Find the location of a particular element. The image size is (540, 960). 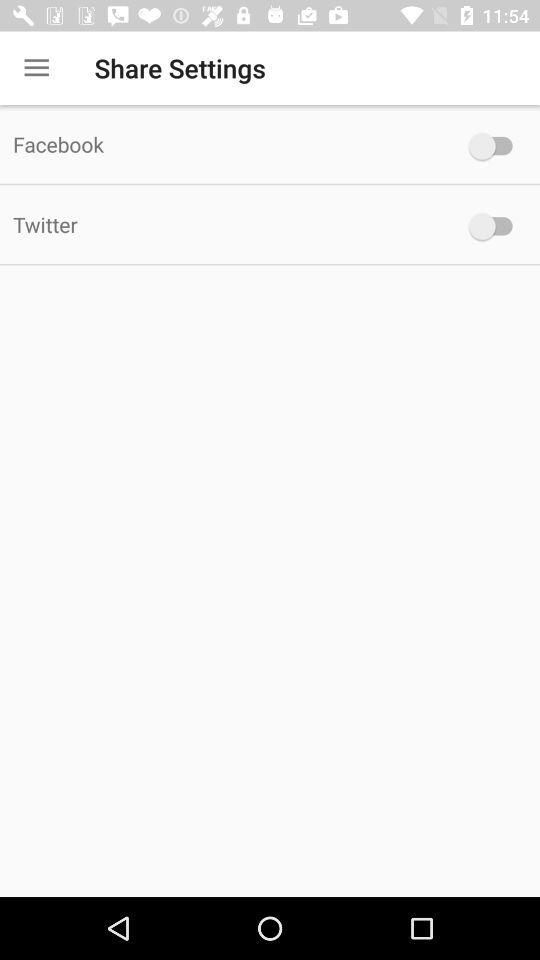

enable sharing with twitter is located at coordinates (494, 226).